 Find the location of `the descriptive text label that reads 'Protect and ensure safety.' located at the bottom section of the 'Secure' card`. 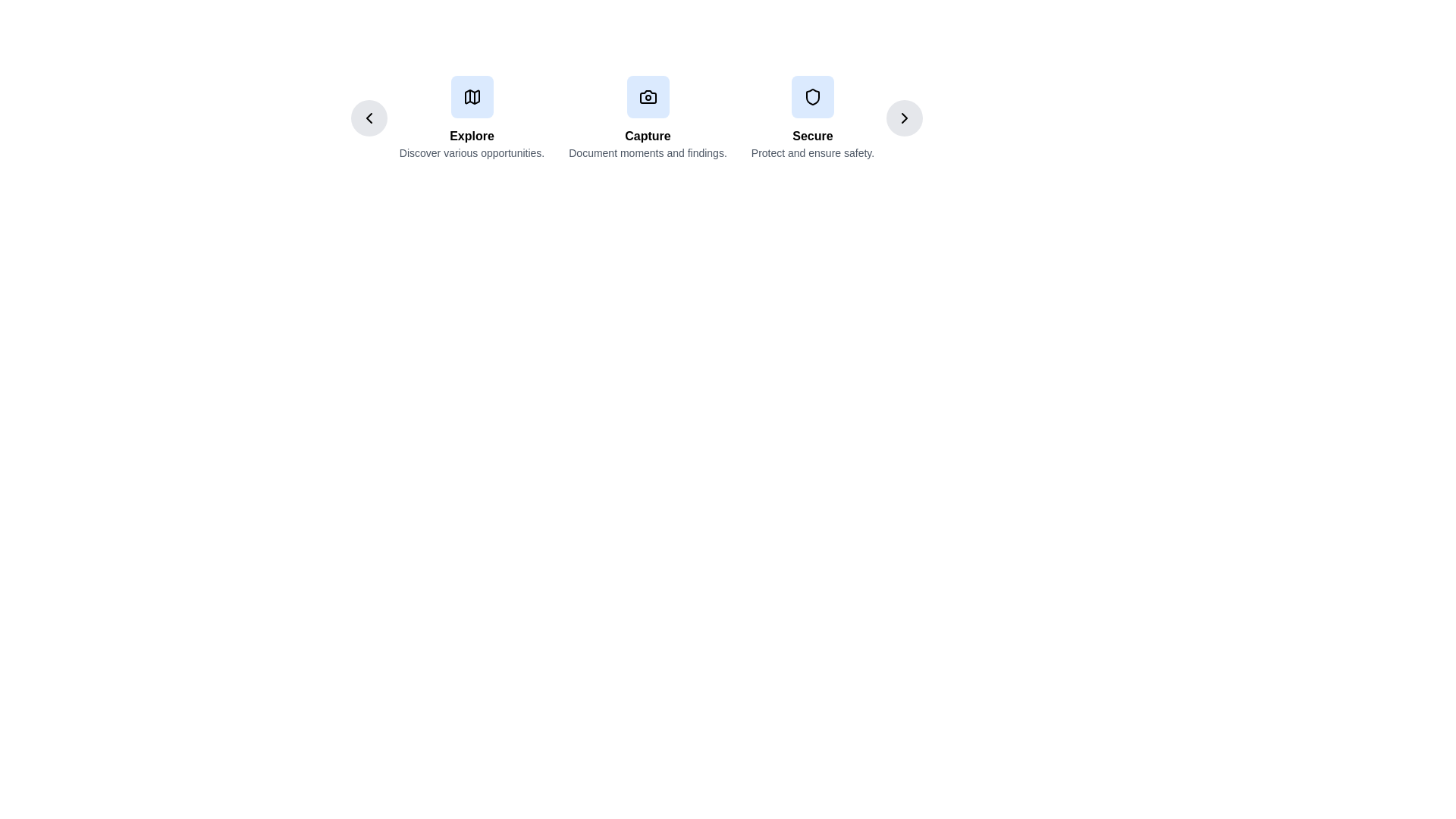

the descriptive text label that reads 'Protect and ensure safety.' located at the bottom section of the 'Secure' card is located at coordinates (811, 152).